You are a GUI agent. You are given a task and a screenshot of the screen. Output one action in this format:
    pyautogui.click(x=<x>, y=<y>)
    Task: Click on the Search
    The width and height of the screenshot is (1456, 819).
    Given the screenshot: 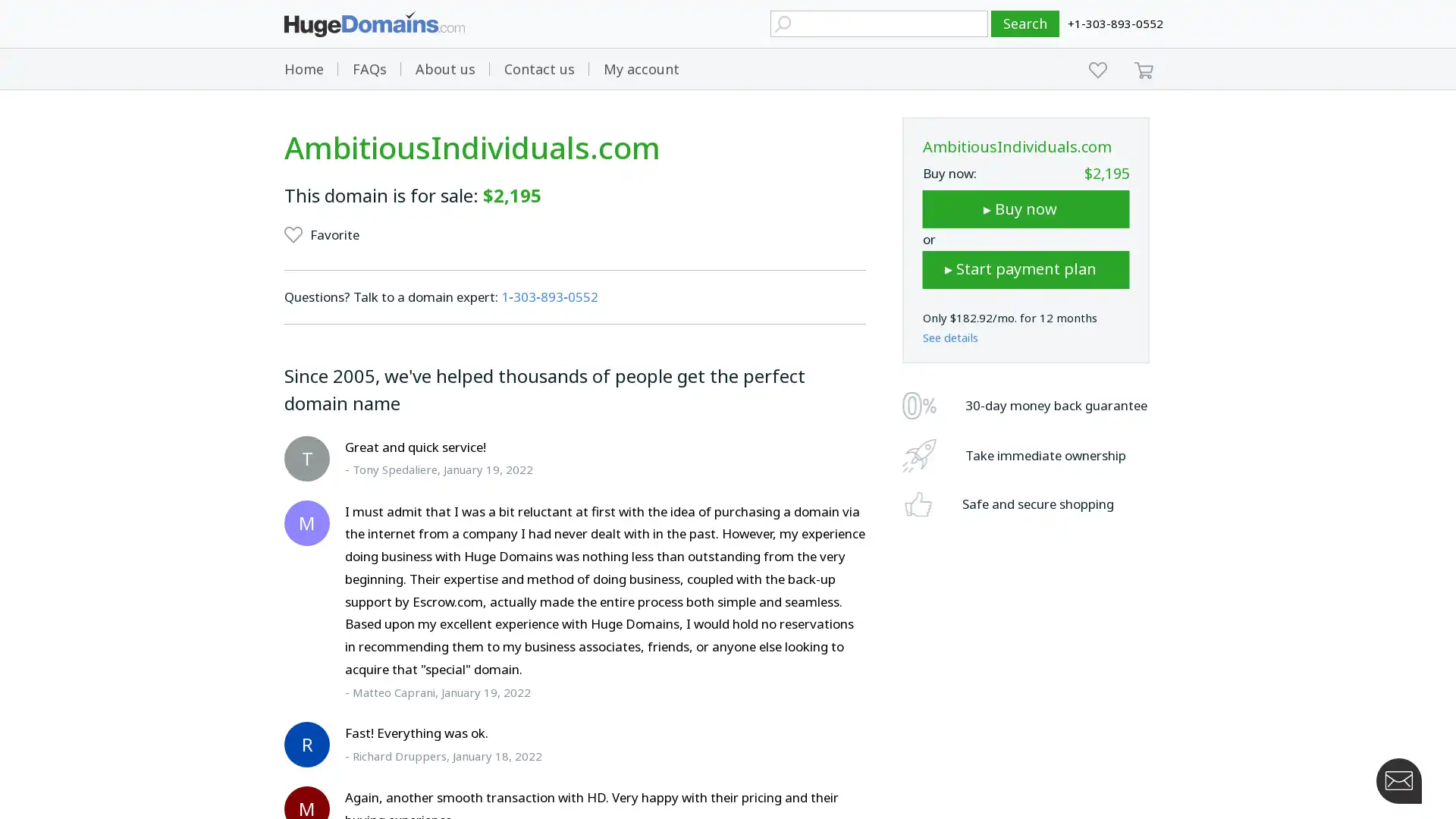 What is the action you would take?
    pyautogui.click(x=1025, y=24)
    